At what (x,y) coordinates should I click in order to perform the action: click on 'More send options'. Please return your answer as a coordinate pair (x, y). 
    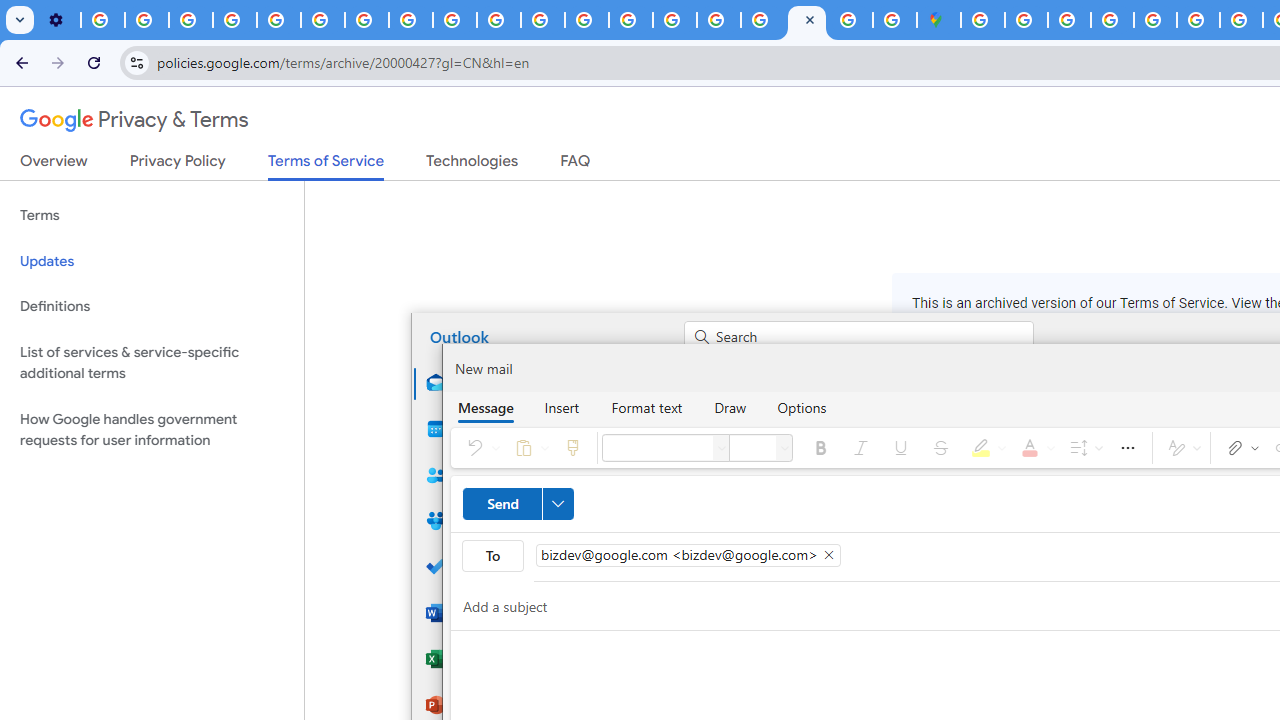
    Looking at the image, I should click on (557, 502).